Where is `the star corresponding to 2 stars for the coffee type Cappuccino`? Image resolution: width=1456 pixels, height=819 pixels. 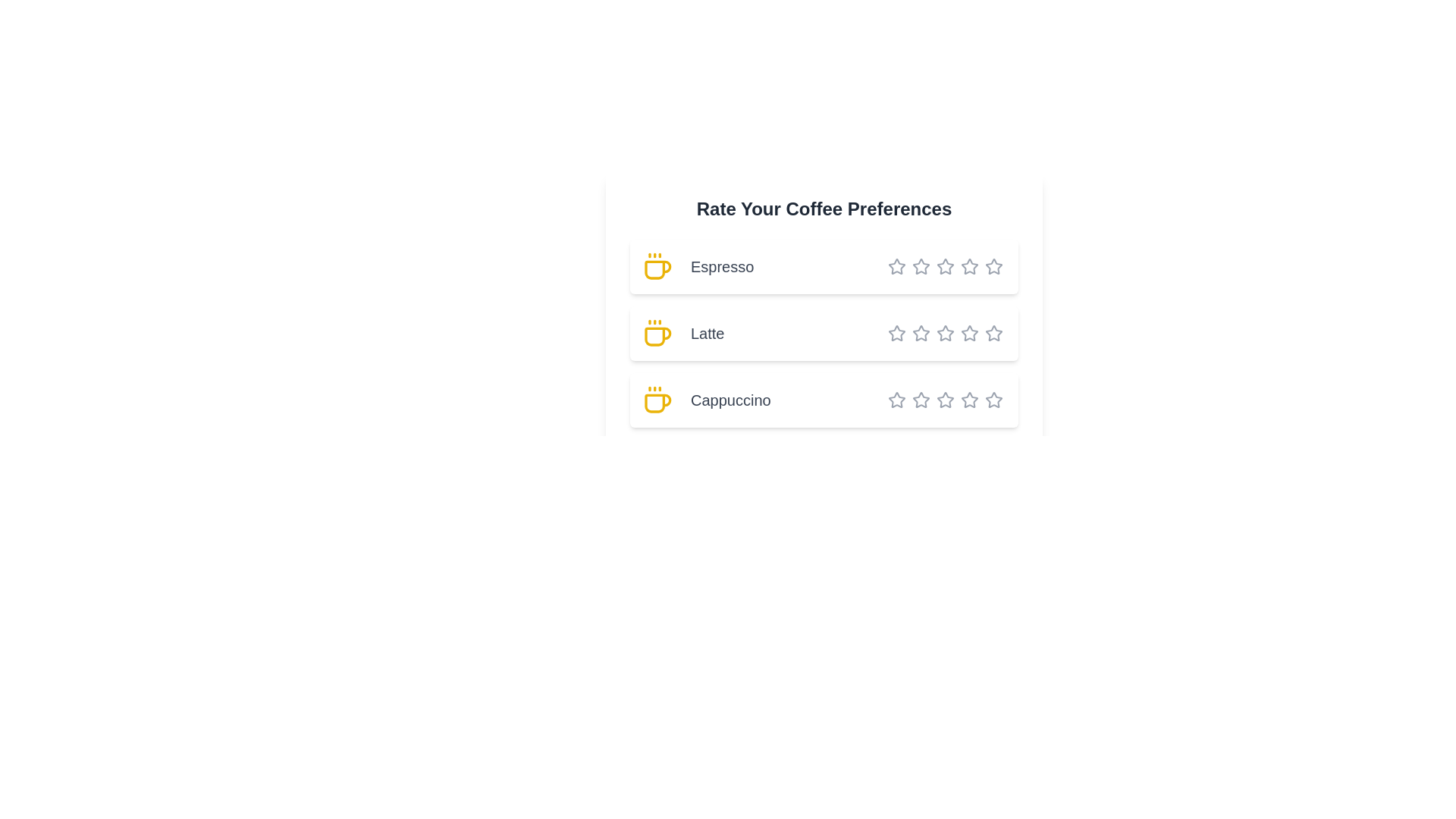
the star corresponding to 2 stars for the coffee type Cappuccino is located at coordinates (912, 400).